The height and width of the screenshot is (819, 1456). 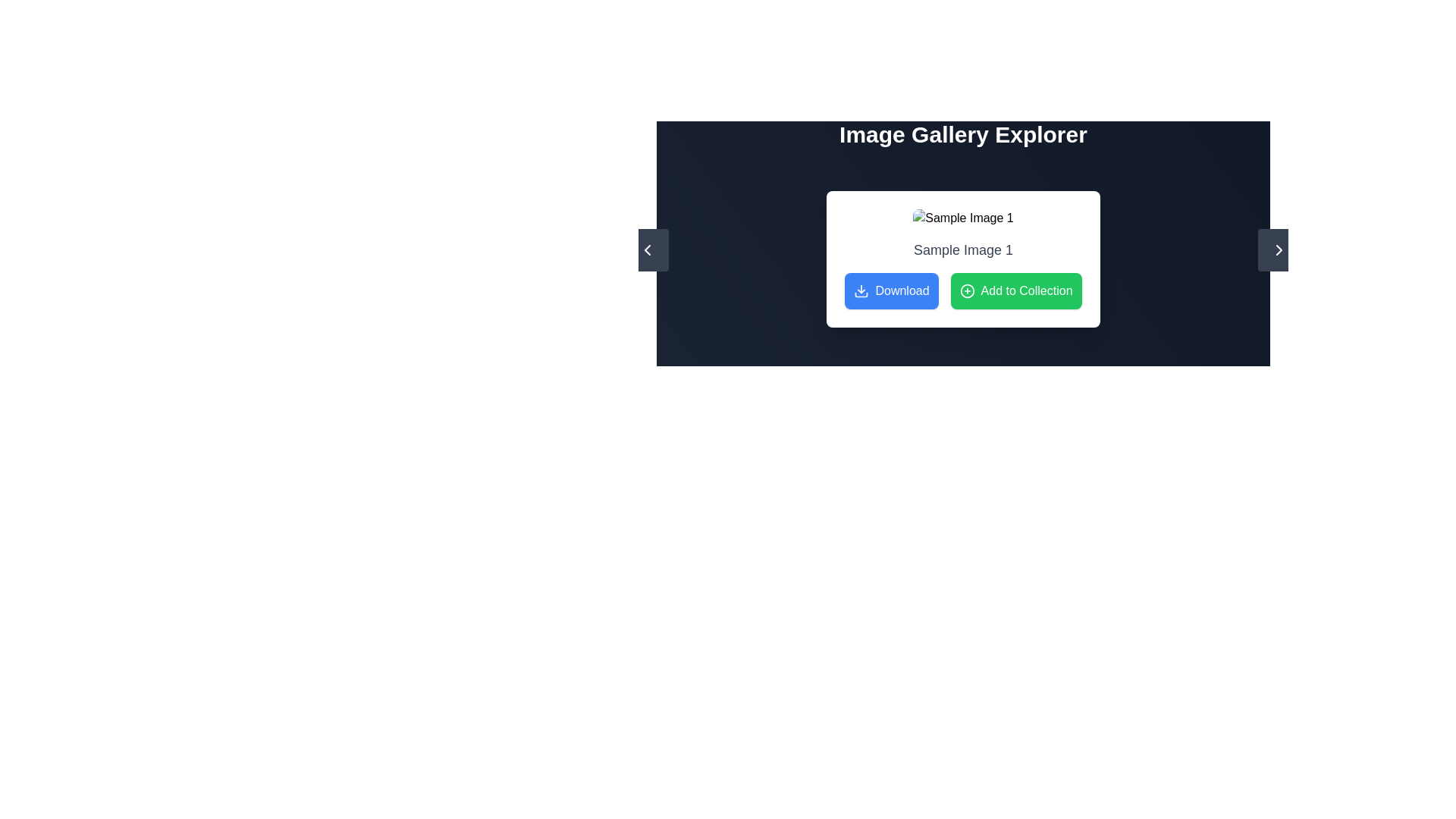 I want to click on the circular '+' icon with a green background, located to the left of the 'Add to Collection' button, so click(x=966, y=291).